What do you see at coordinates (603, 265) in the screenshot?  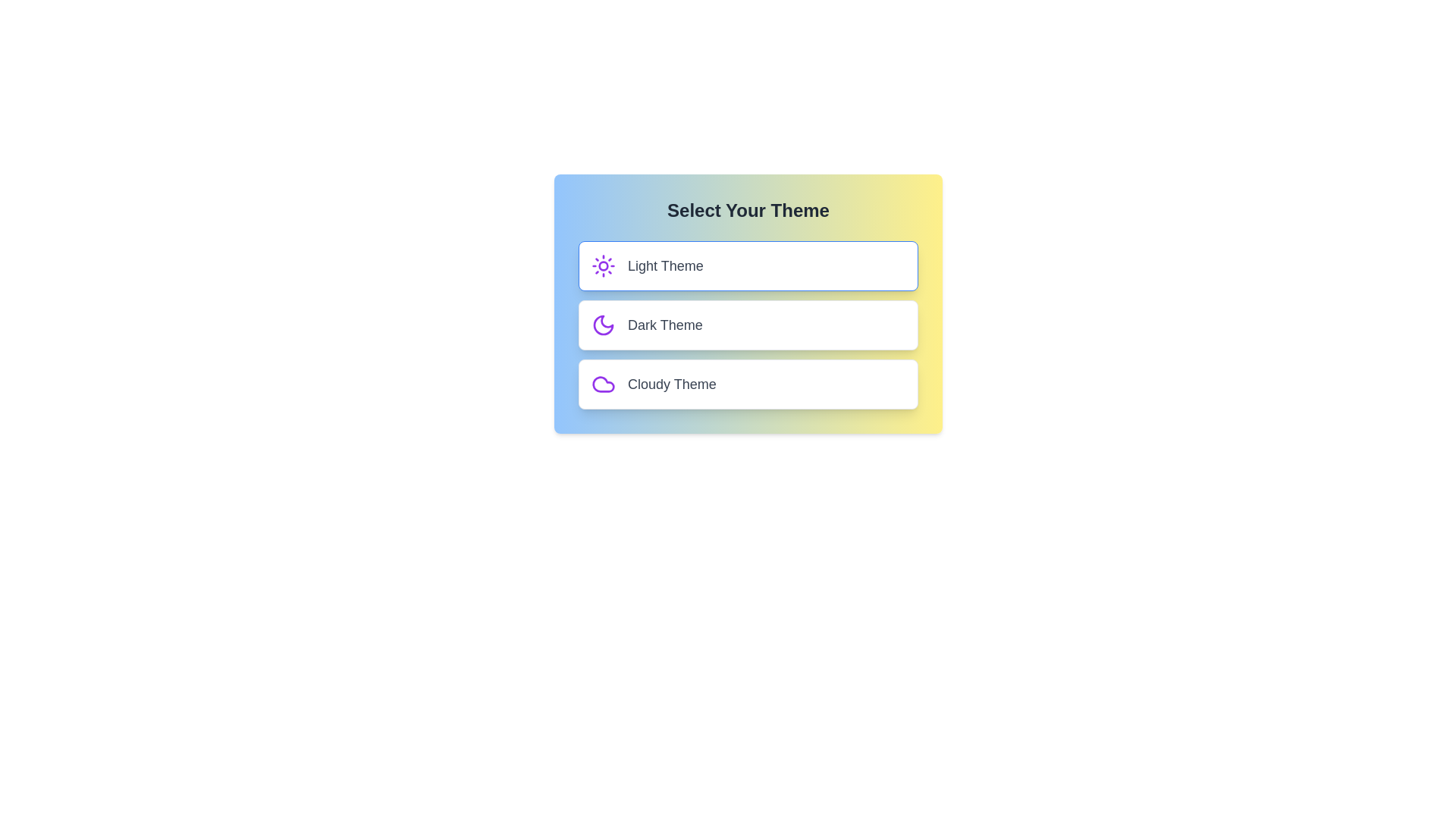 I see `the purple sun icon representing the 'Light Theme', which is located to the left of the 'Light Theme' label in the rounded rectangular box` at bounding box center [603, 265].